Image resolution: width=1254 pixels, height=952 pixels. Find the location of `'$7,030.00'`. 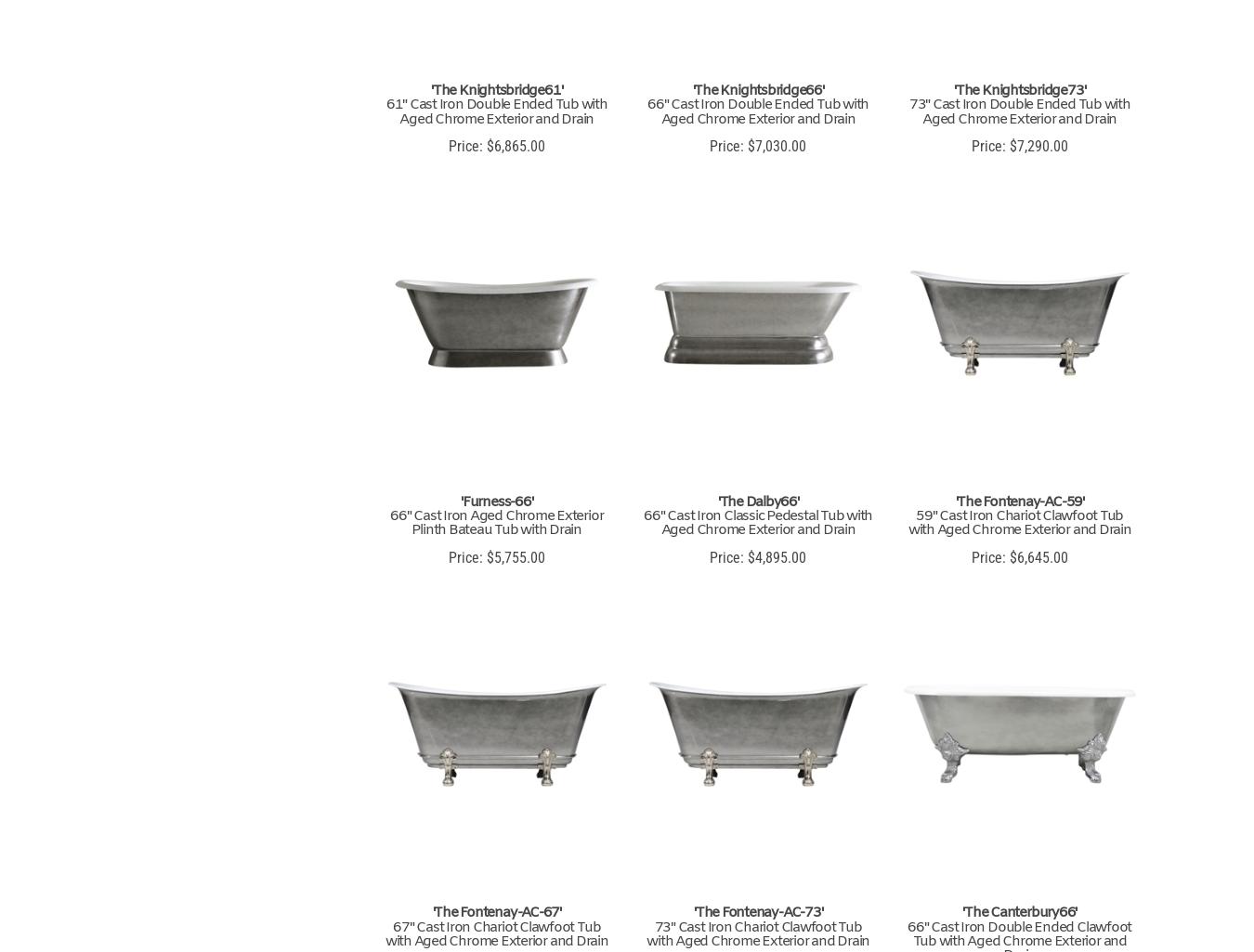

'$7,030.00' is located at coordinates (743, 145).